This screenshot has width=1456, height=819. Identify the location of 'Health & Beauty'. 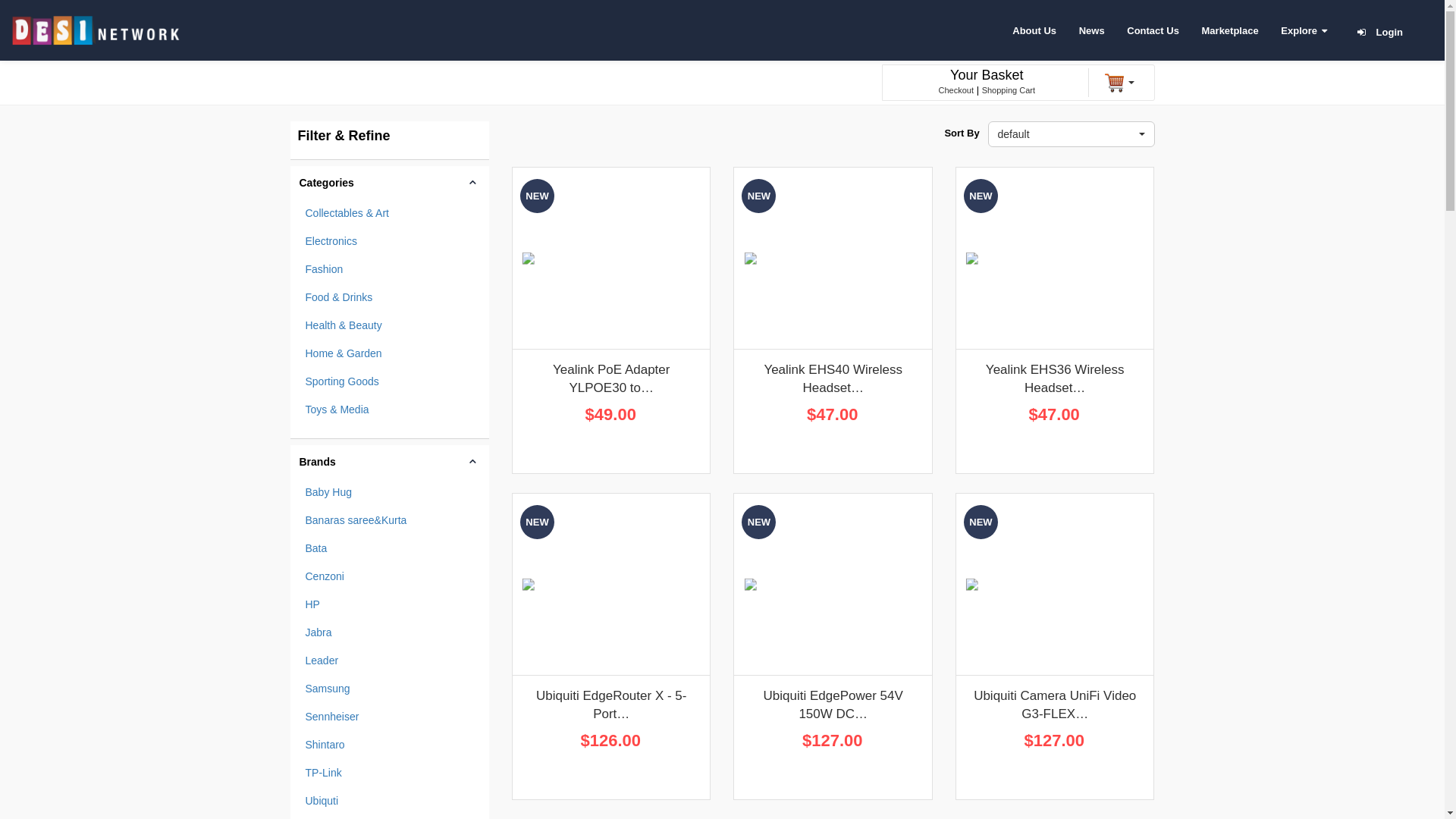
(297, 324).